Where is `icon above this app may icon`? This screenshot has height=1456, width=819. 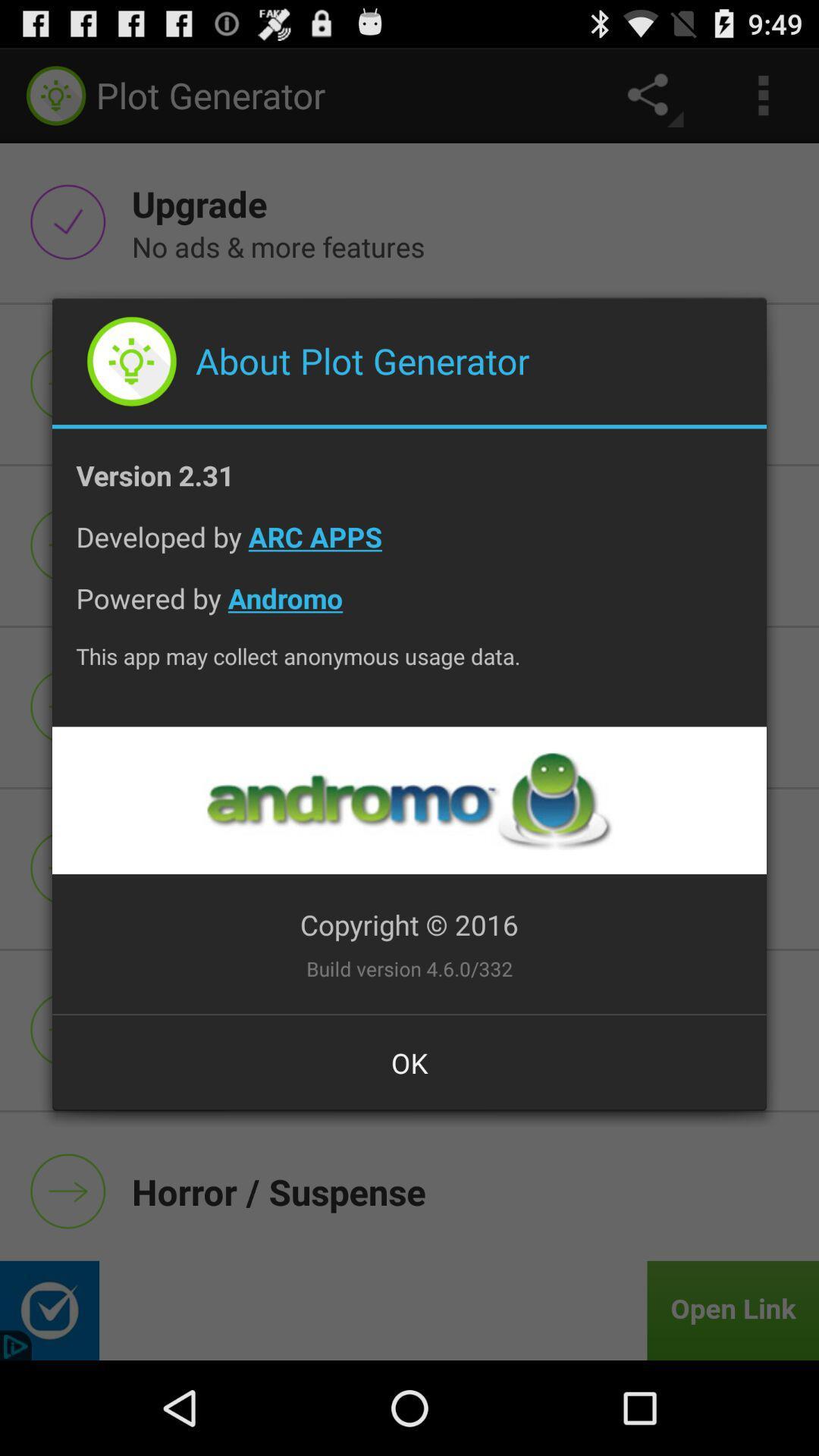
icon above this app may icon is located at coordinates (409, 610).